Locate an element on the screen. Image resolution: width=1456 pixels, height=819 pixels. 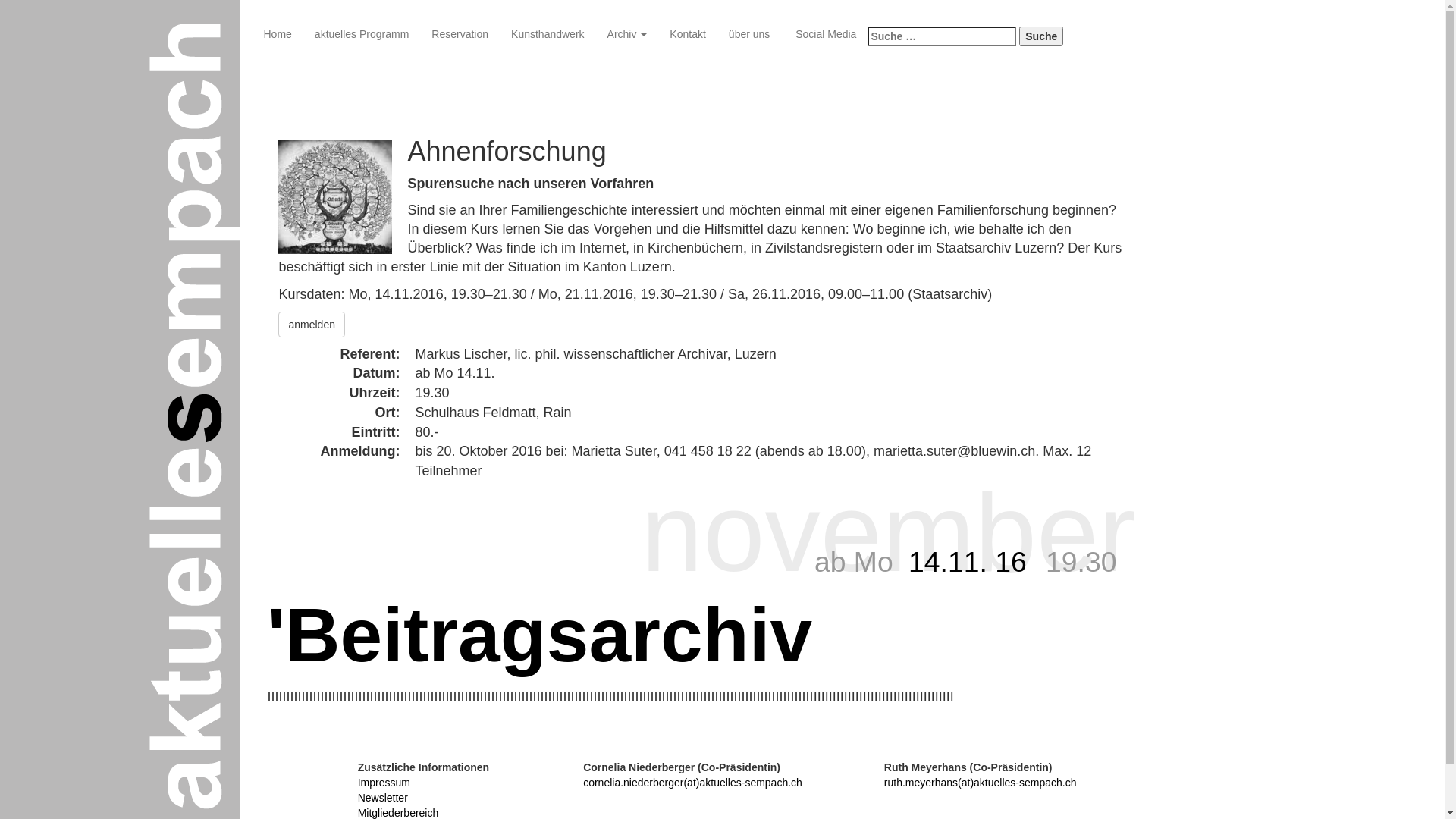
'aktuelles Programm' is located at coordinates (361, 34).